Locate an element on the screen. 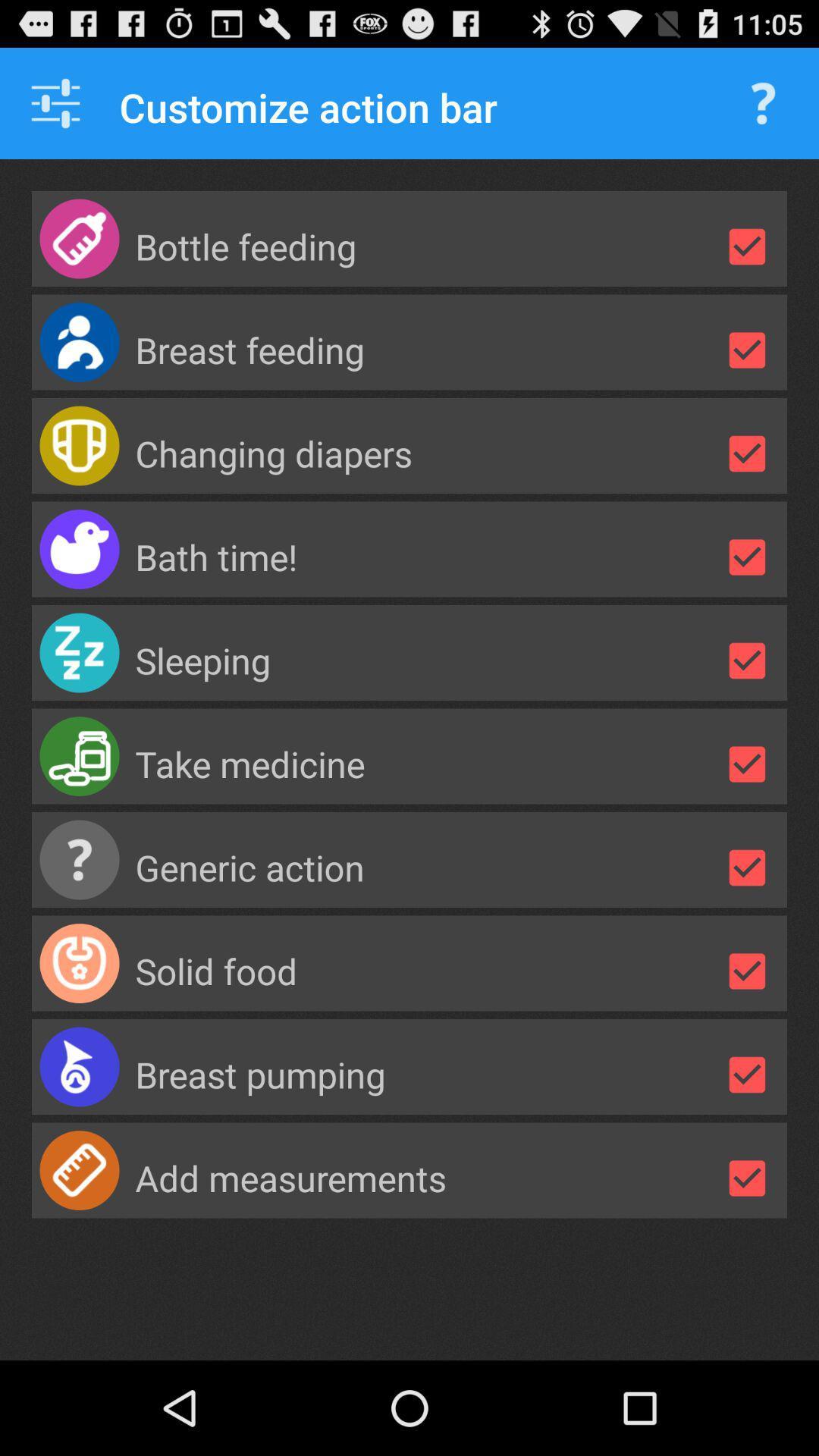 The height and width of the screenshot is (1456, 819). query option is located at coordinates (763, 102).